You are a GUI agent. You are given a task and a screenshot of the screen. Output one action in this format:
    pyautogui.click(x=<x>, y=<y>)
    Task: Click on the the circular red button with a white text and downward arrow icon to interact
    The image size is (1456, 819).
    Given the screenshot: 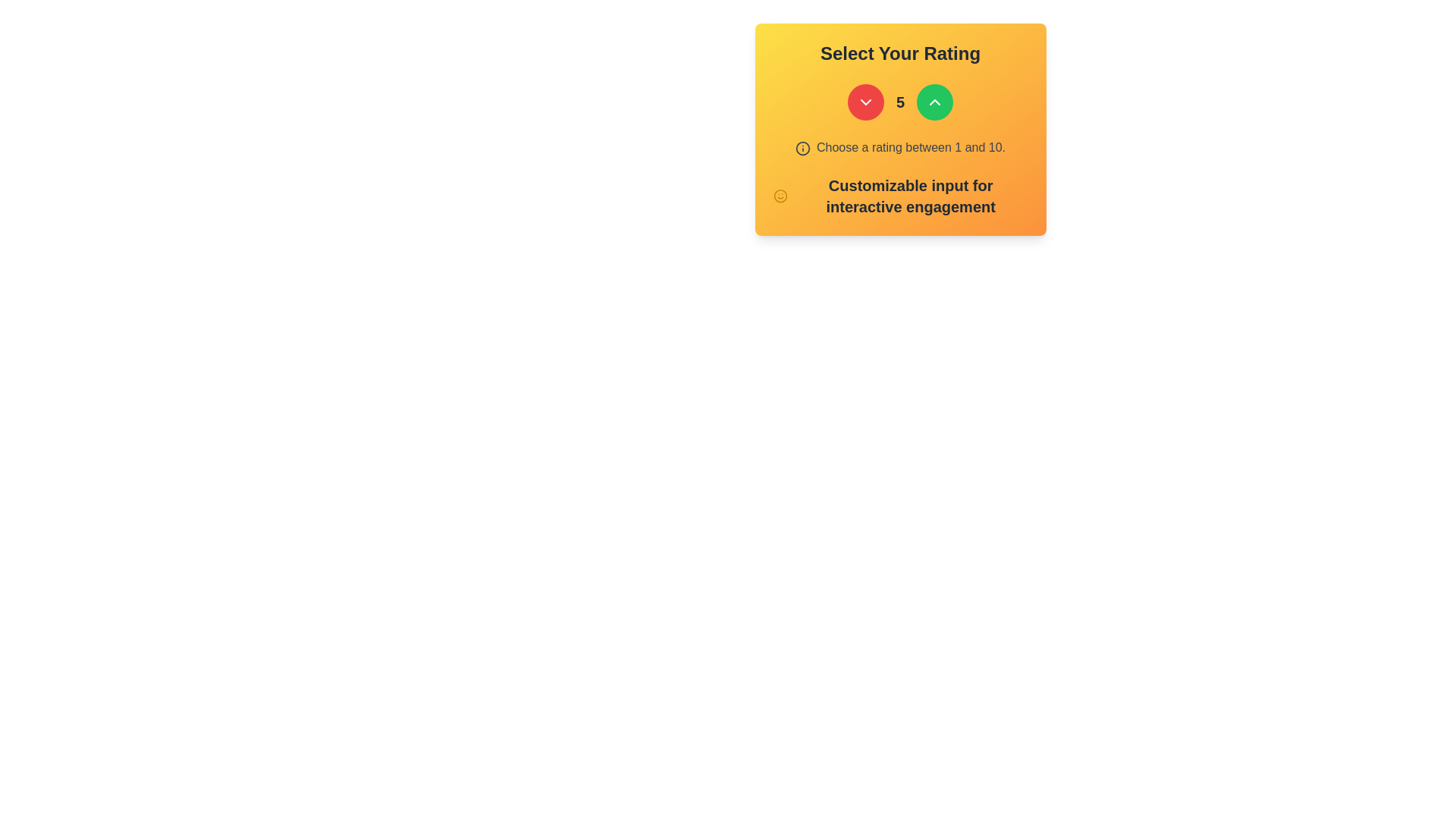 What is the action you would take?
    pyautogui.click(x=866, y=102)
    